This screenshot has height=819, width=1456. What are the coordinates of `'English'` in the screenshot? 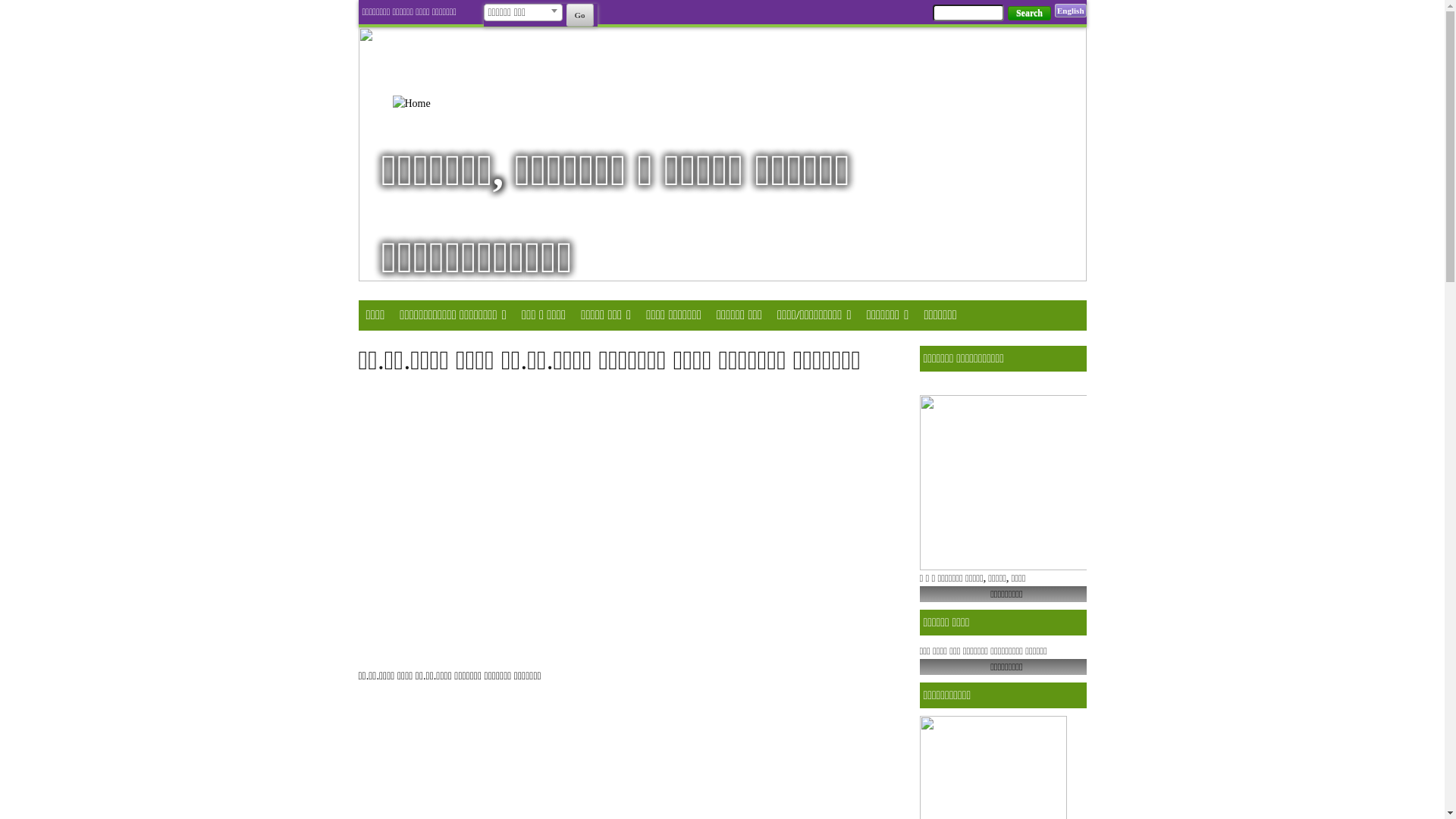 It's located at (1054, 11).